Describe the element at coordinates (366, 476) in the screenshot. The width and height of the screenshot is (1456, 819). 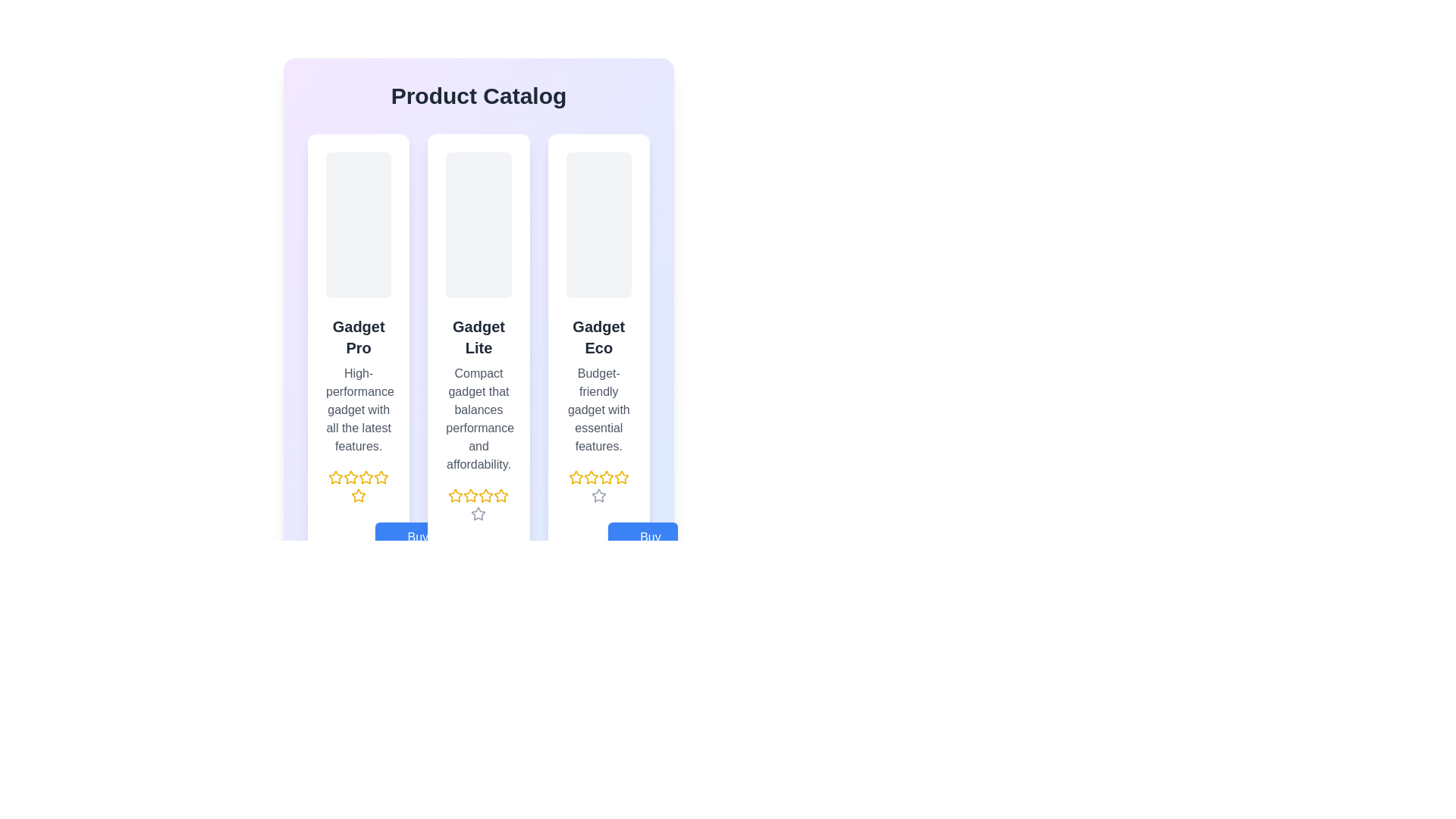
I see `the second star-shaped rating icon, which is colored yellow and located beneath the 'Gadget Pro' text in the first card of the product catalog` at that location.